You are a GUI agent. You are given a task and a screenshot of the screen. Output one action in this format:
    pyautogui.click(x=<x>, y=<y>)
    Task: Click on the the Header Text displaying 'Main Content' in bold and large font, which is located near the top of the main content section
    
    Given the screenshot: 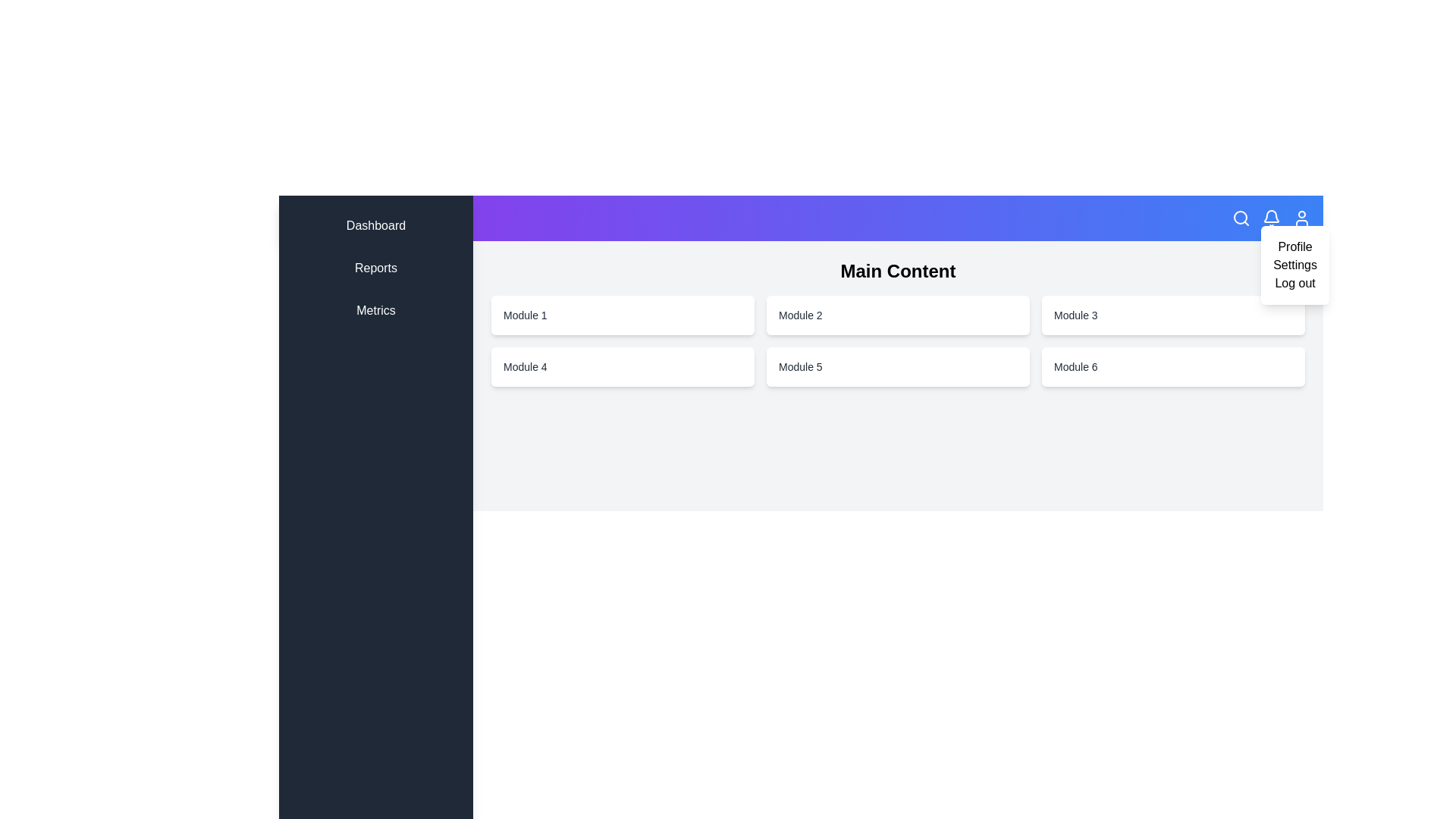 What is the action you would take?
    pyautogui.click(x=898, y=271)
    